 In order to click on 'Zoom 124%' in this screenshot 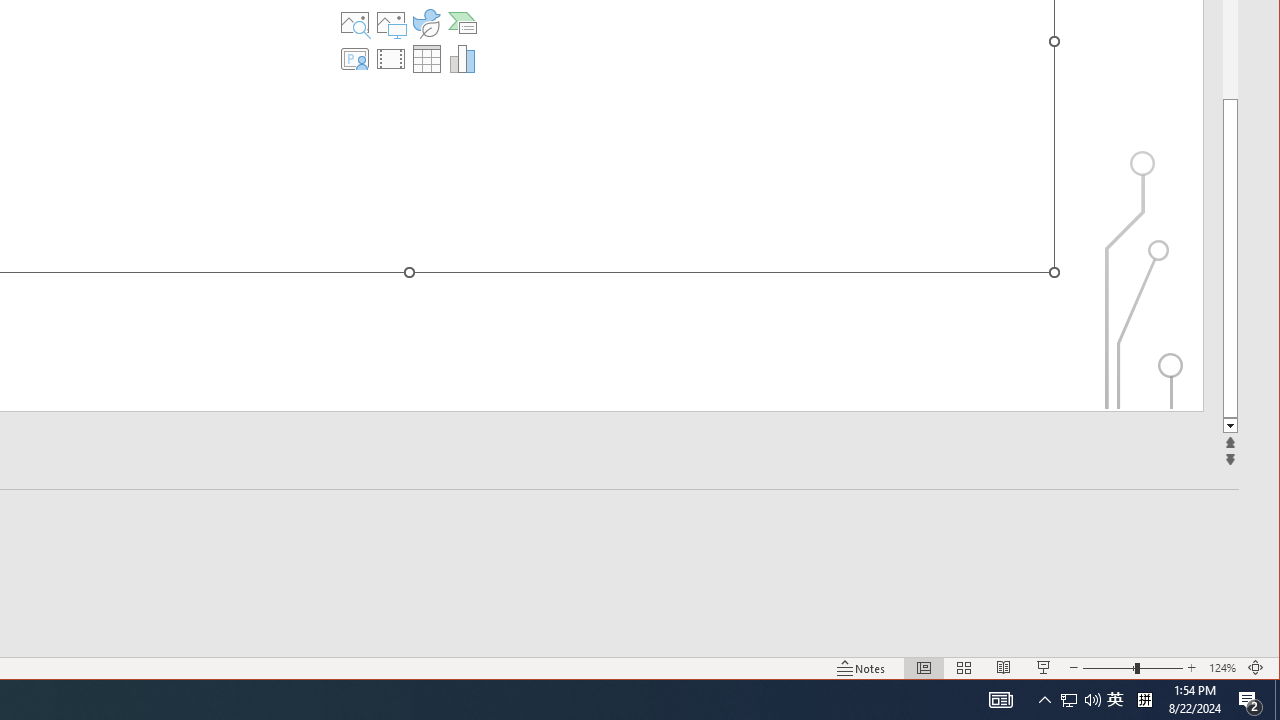, I will do `click(1221, 668)`.